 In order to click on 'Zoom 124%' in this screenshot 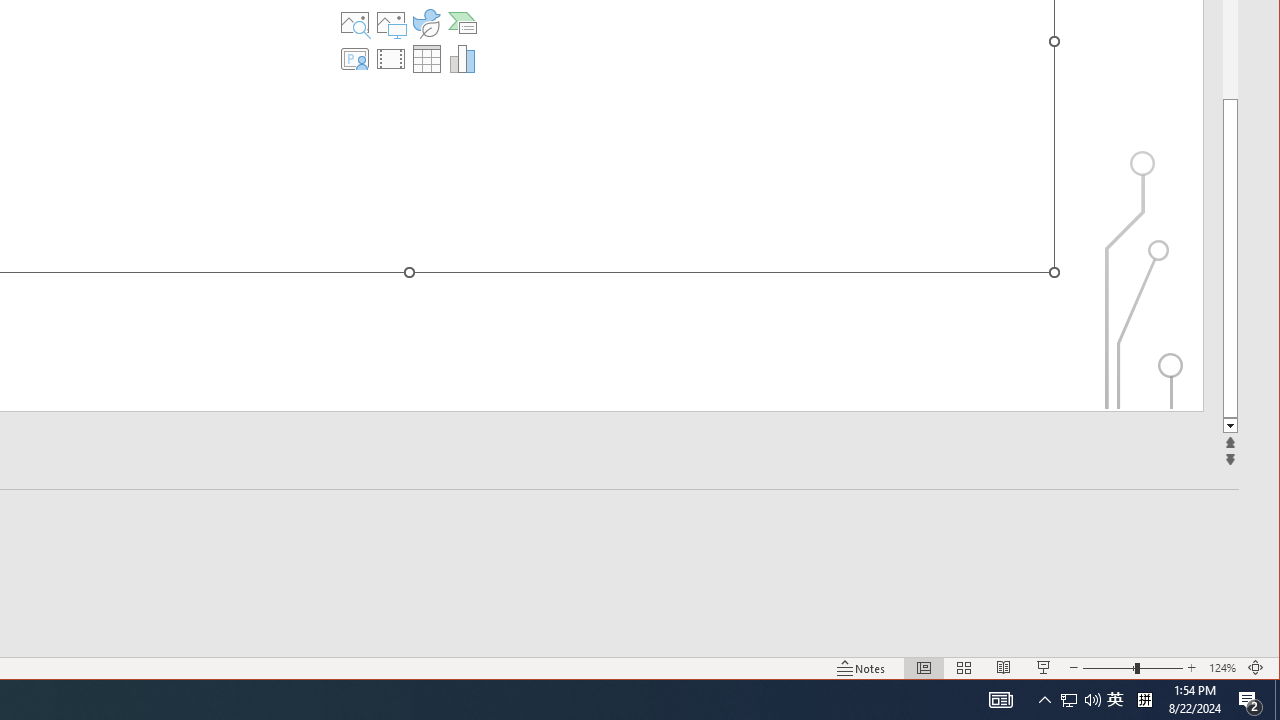, I will do `click(1221, 668)`.